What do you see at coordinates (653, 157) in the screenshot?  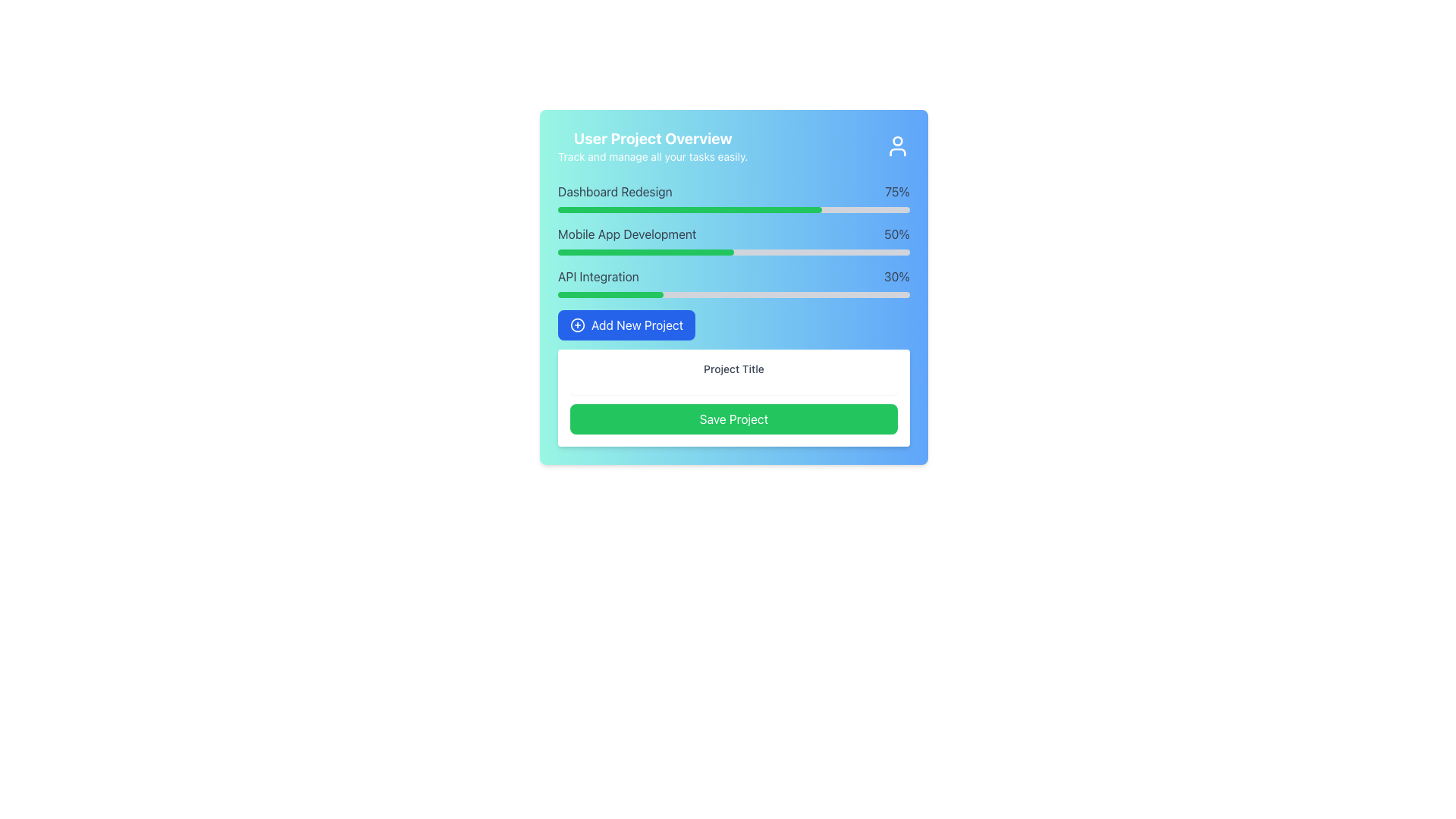 I see `the text label reading 'Track and manage all your tasks easily.' which is positioned below the heading 'User Project Overview'` at bounding box center [653, 157].